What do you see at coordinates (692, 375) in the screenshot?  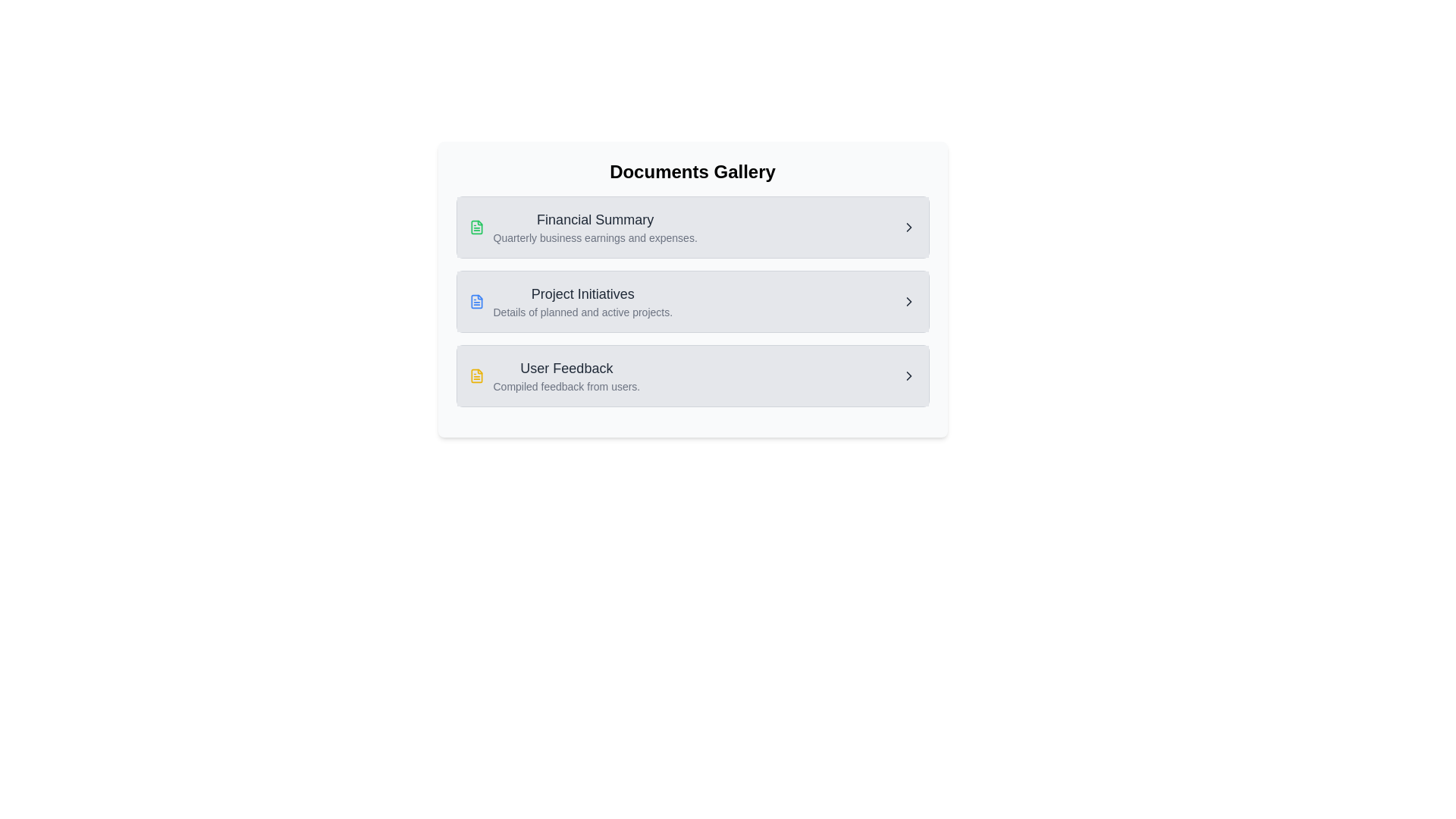 I see `the third navigation link in the vertical list` at bounding box center [692, 375].